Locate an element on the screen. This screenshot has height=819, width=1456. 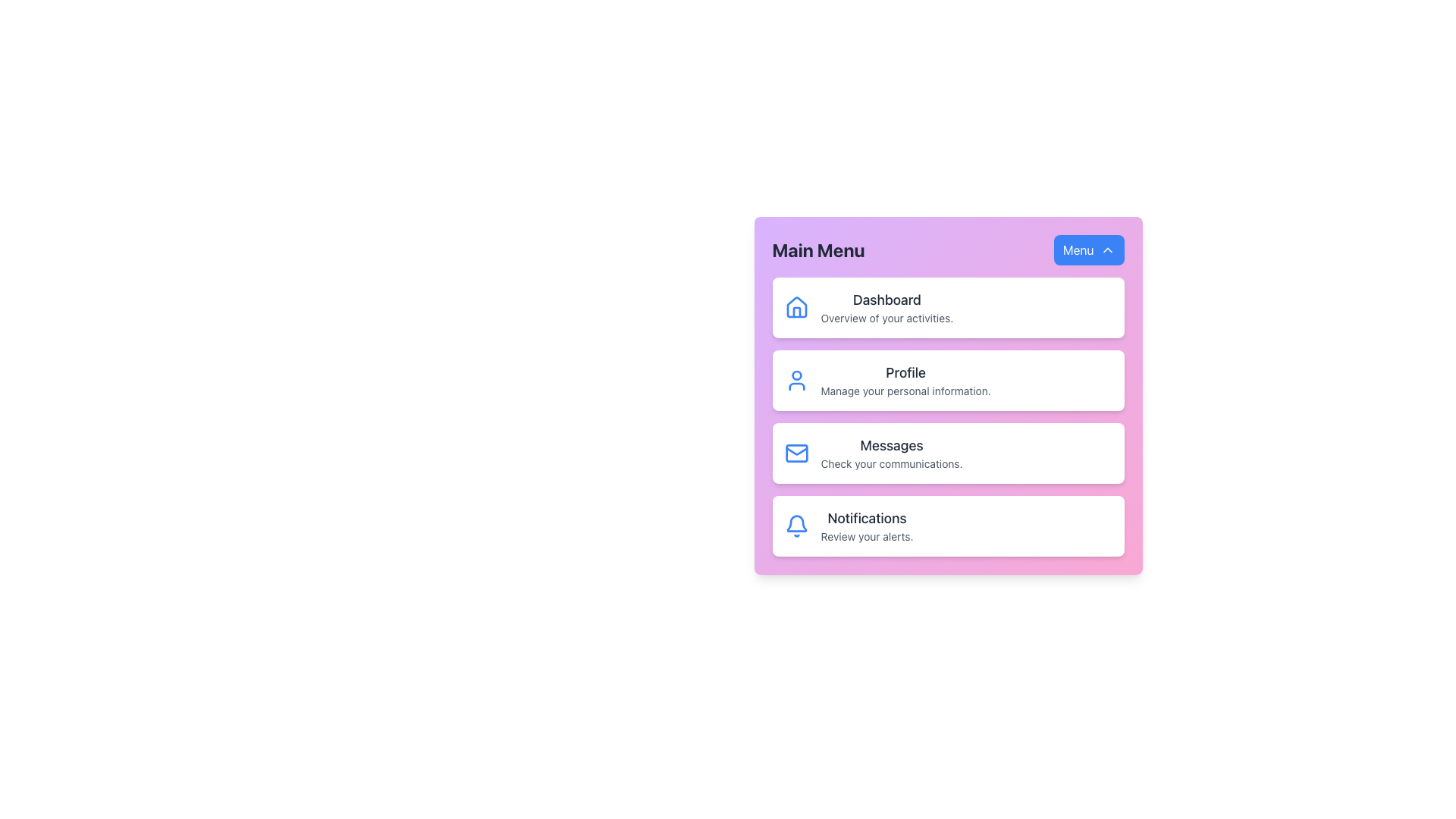
the Card-like Button with a white background, blue mail icon, bold title 'Messages', and subtitle 'Check your communications.' located in the vertical menu list as the third item is located at coordinates (947, 452).